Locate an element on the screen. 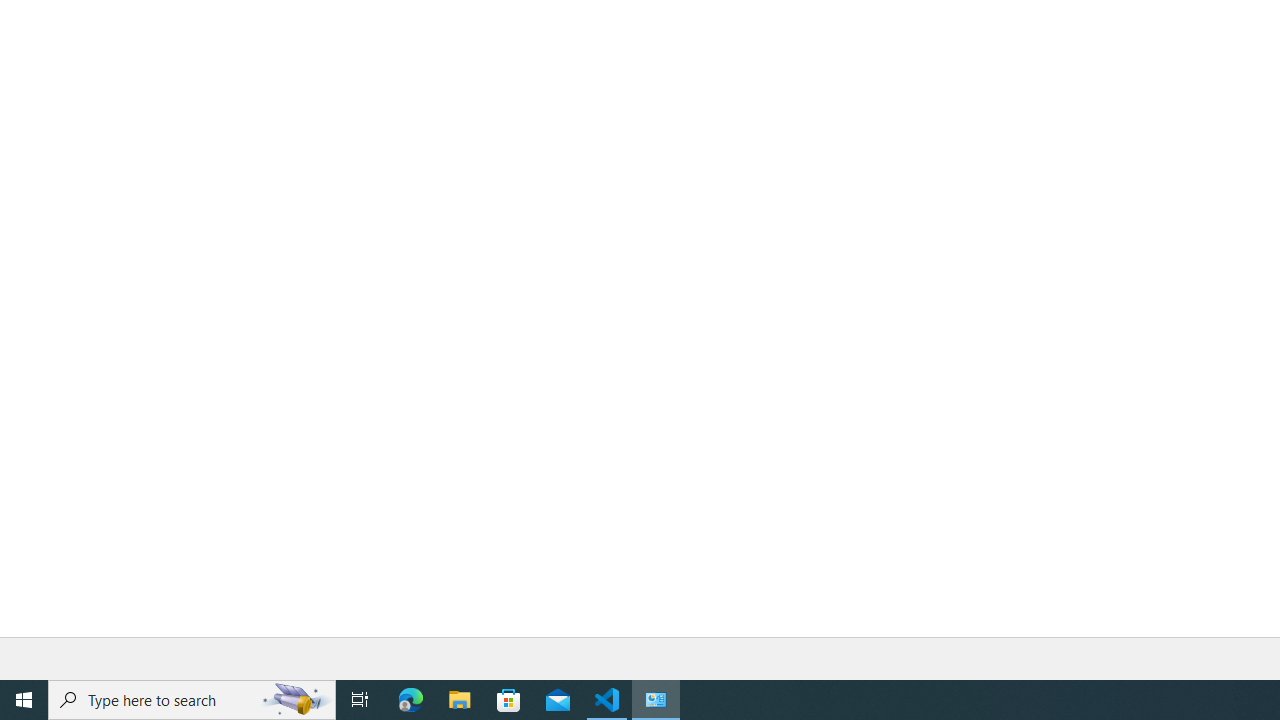  'Start' is located at coordinates (24, 698).